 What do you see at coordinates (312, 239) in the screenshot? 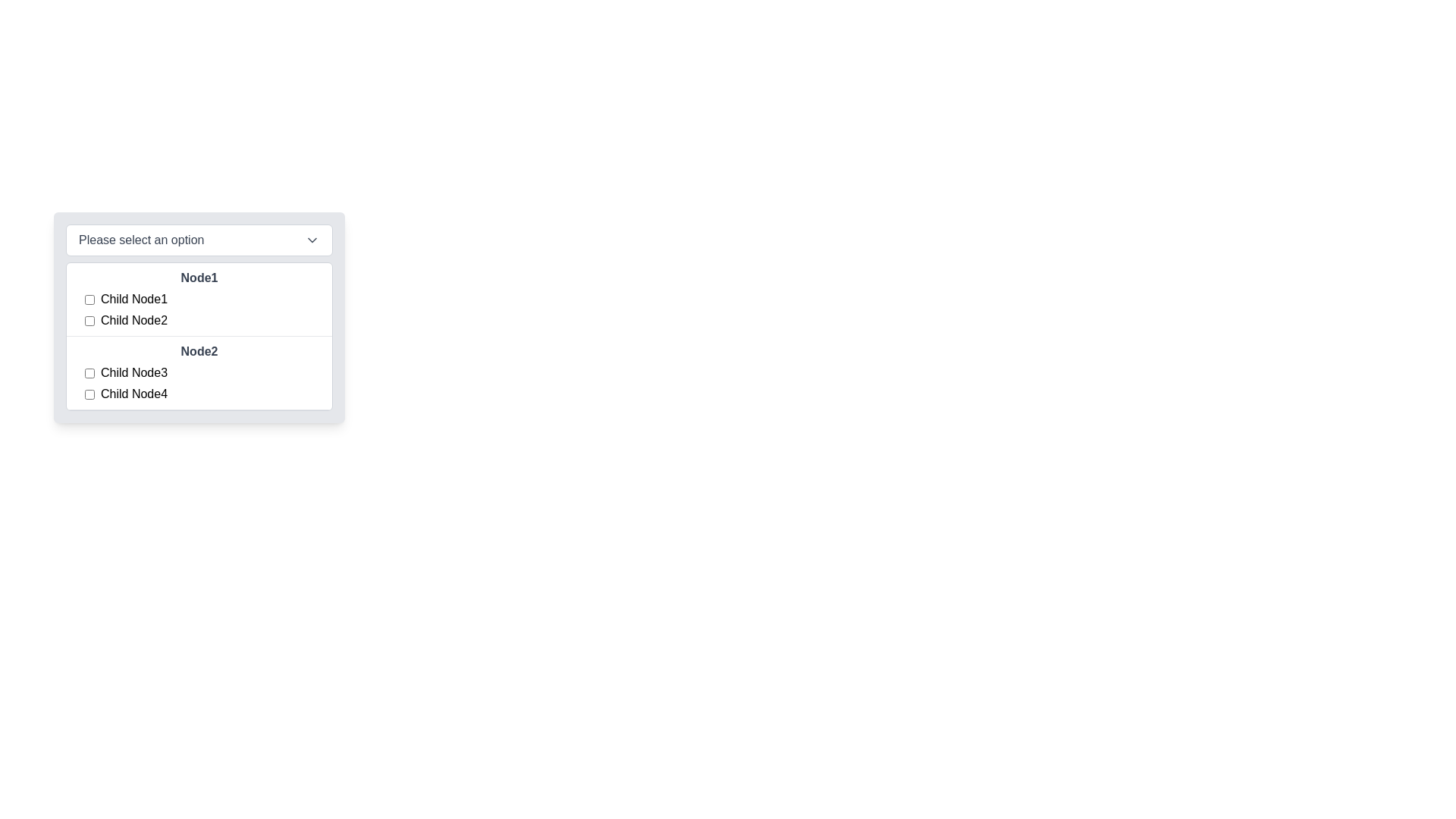
I see `the small, downward-pointing chevron arrow icon located at the far right of the 'Please select an option' dropdown component` at bounding box center [312, 239].